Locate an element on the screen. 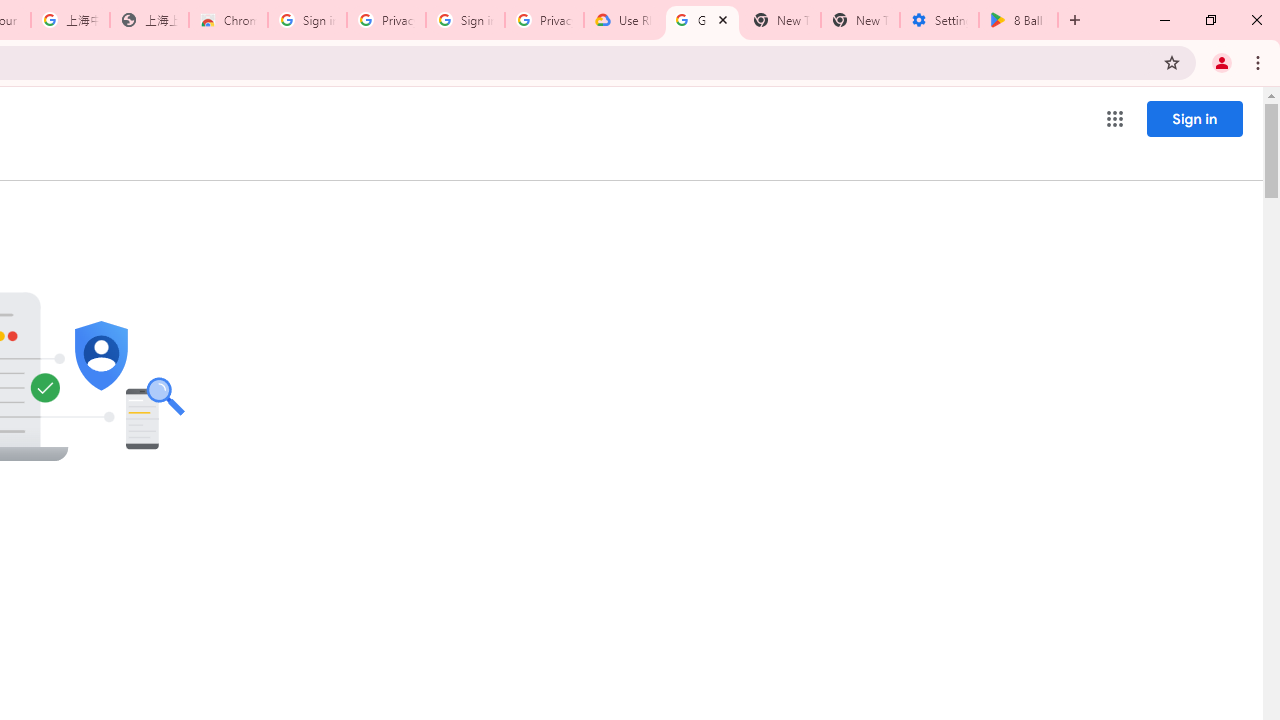 Image resolution: width=1280 pixels, height=720 pixels. 'Sign in' is located at coordinates (1194, 118).